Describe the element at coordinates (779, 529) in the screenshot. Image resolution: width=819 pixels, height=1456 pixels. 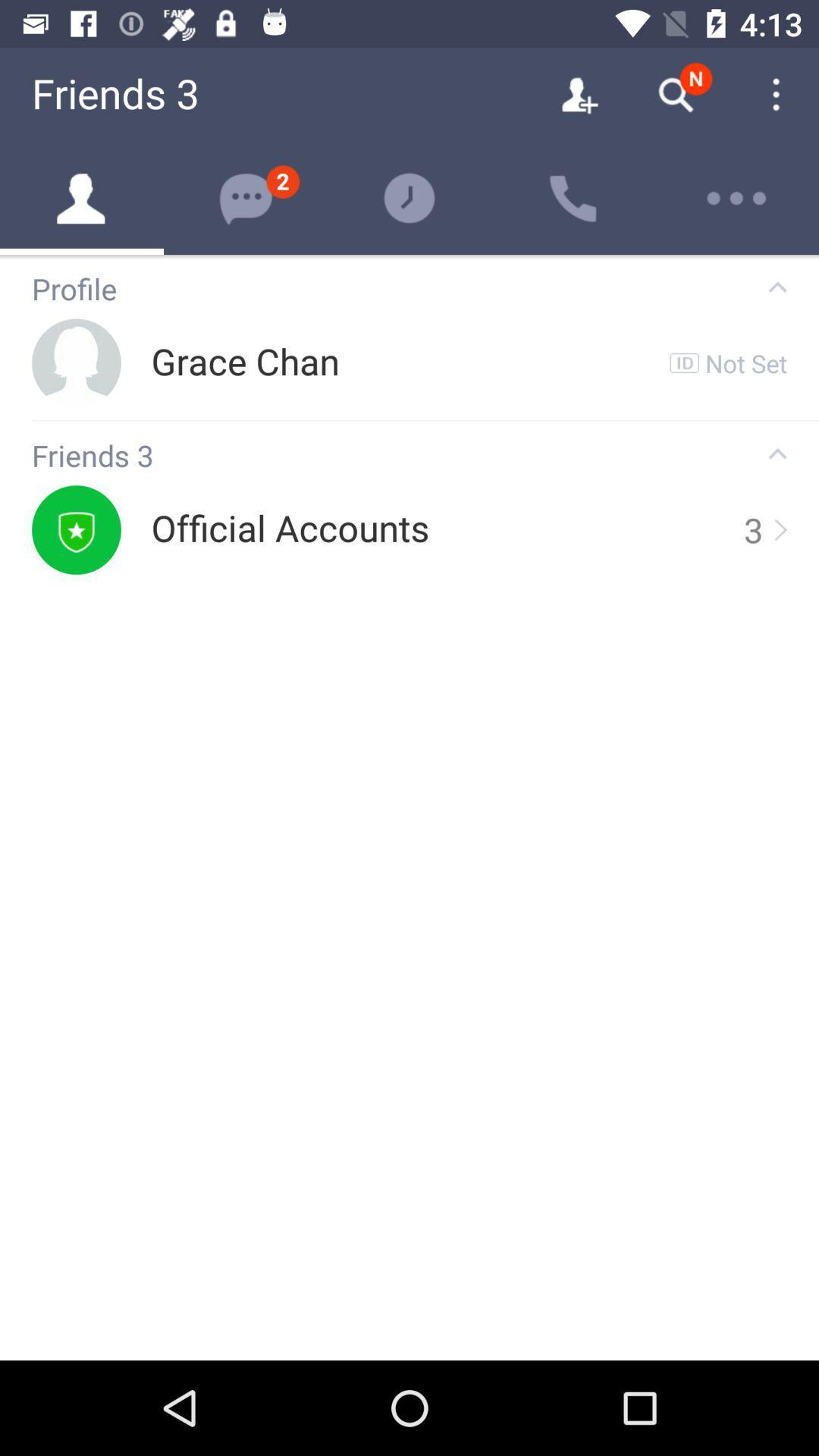
I see `the right scroll` at that location.